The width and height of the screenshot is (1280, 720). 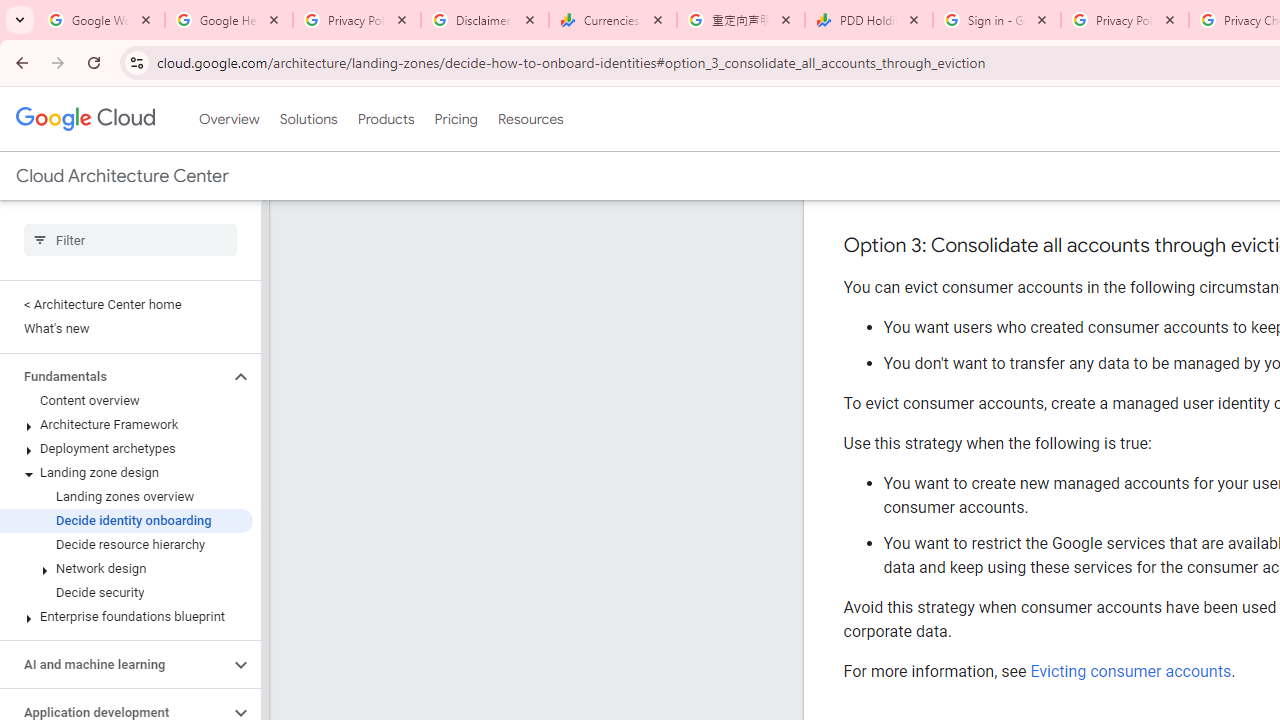 What do you see at coordinates (113, 376) in the screenshot?
I see `'Fundamentals'` at bounding box center [113, 376].